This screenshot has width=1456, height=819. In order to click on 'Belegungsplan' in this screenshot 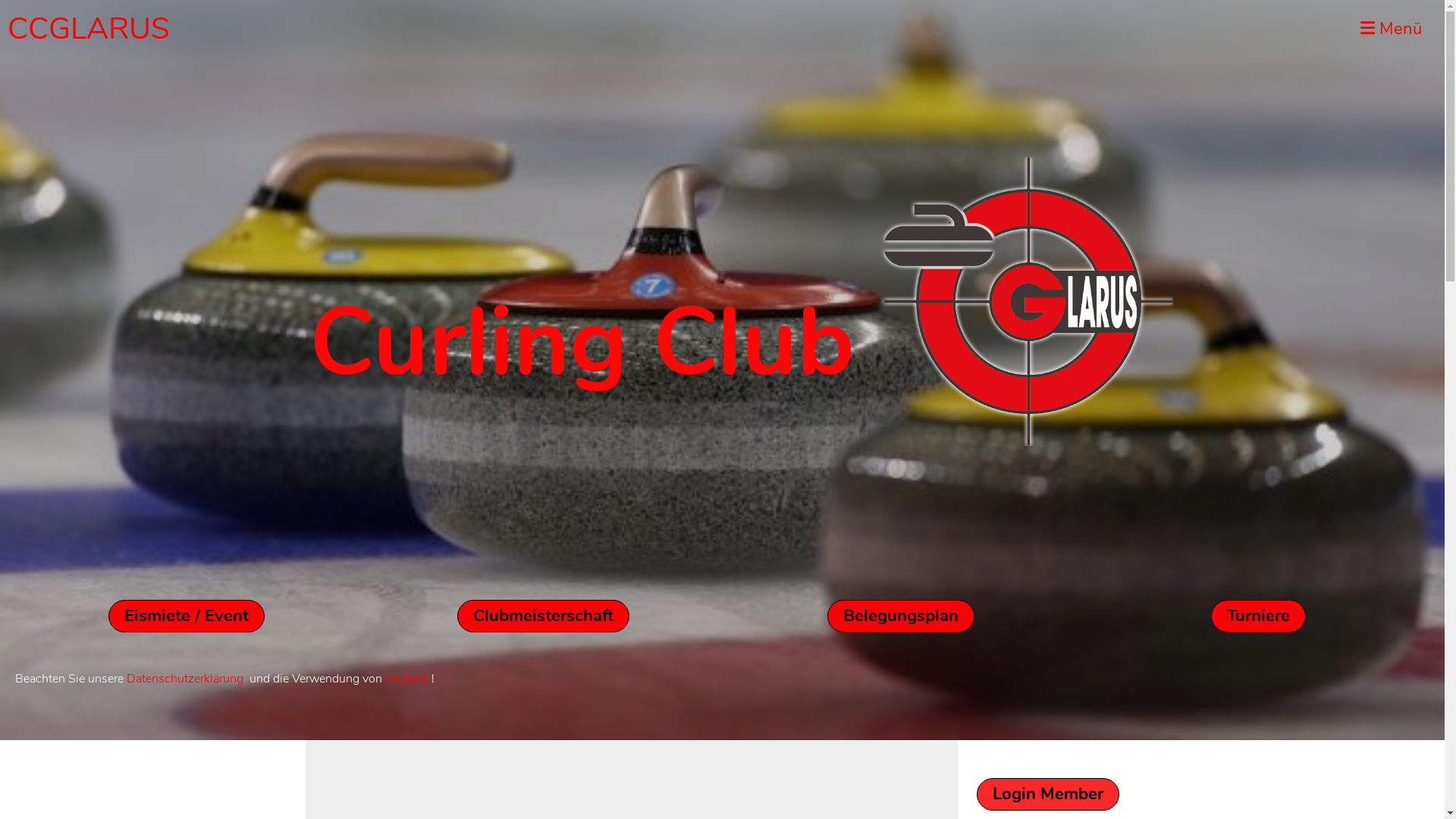, I will do `click(901, 616)`.